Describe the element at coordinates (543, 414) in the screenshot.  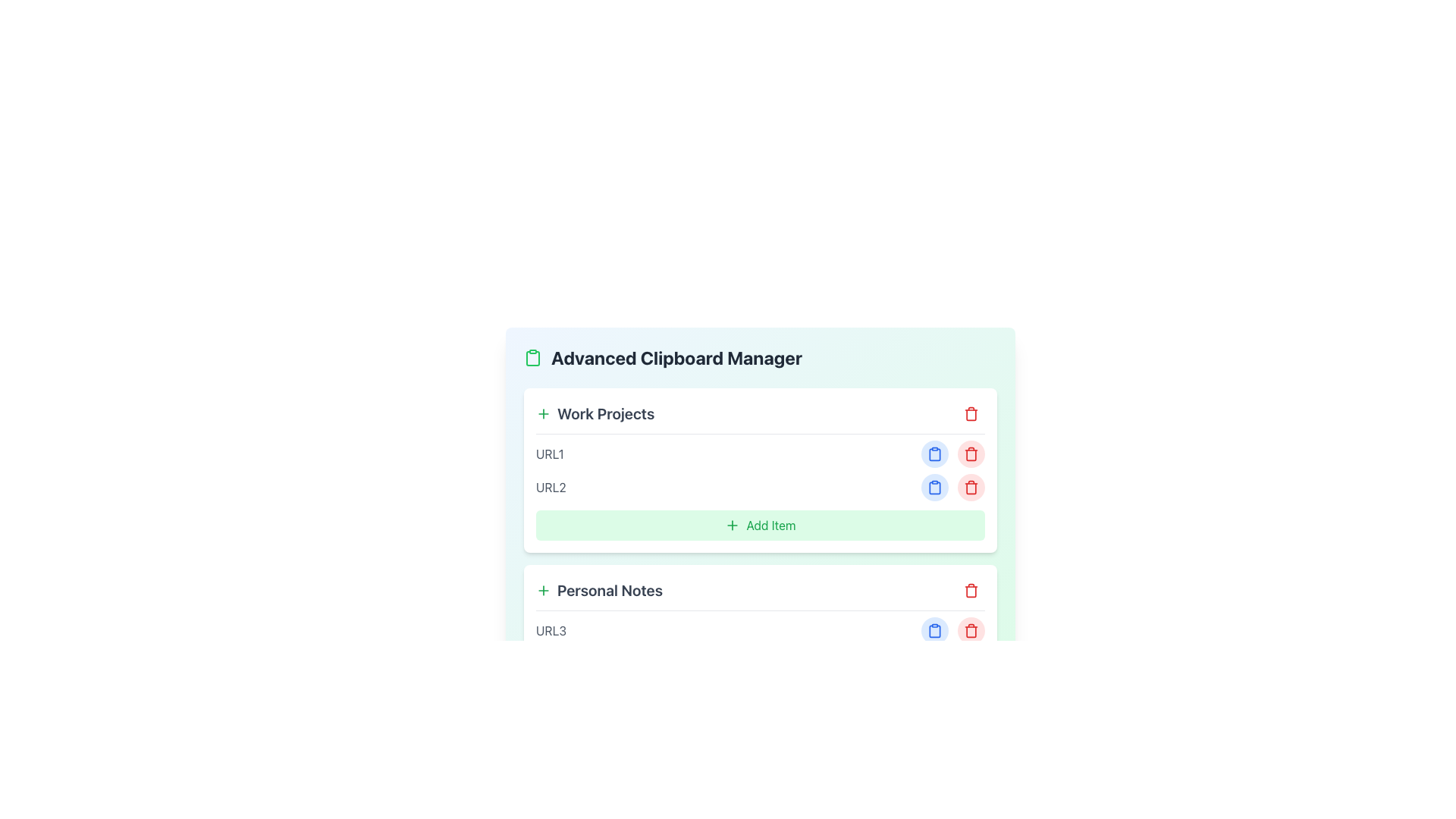
I see `the green plus sign icon outlined in a round-cornered box, located to the left of the text 'Work Projects'` at that location.